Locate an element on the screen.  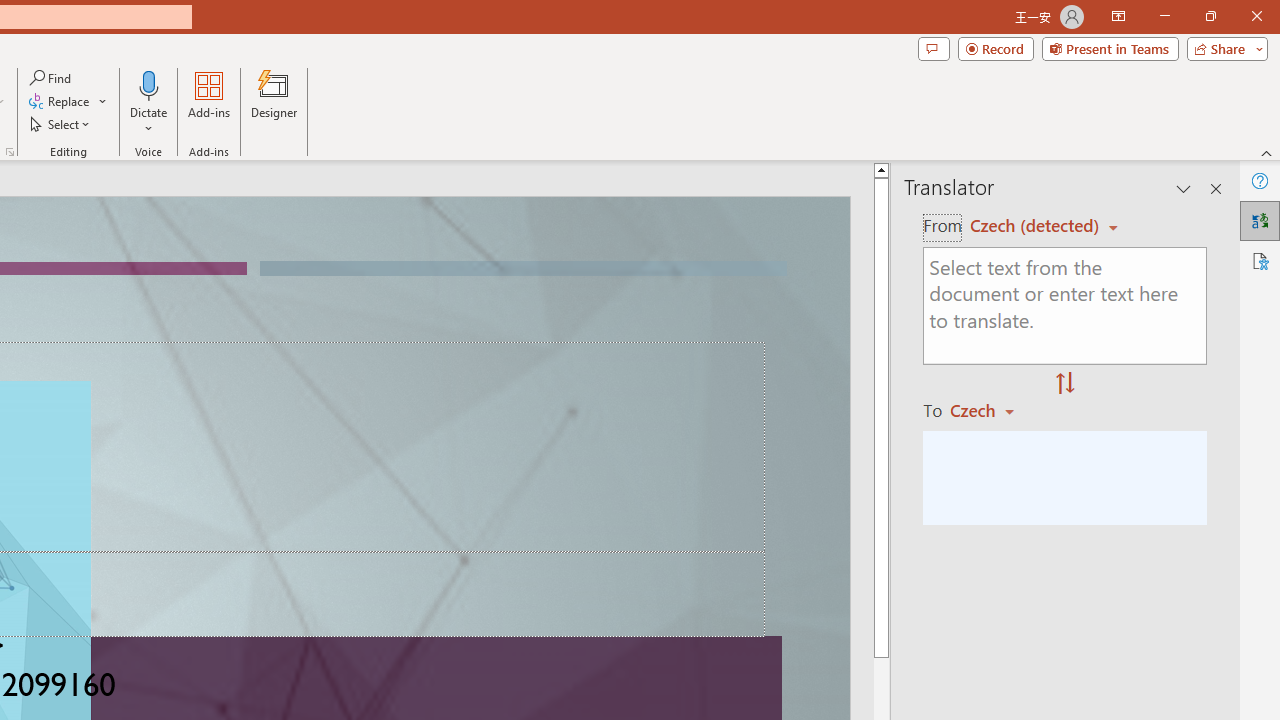
'Select' is located at coordinates (61, 124).